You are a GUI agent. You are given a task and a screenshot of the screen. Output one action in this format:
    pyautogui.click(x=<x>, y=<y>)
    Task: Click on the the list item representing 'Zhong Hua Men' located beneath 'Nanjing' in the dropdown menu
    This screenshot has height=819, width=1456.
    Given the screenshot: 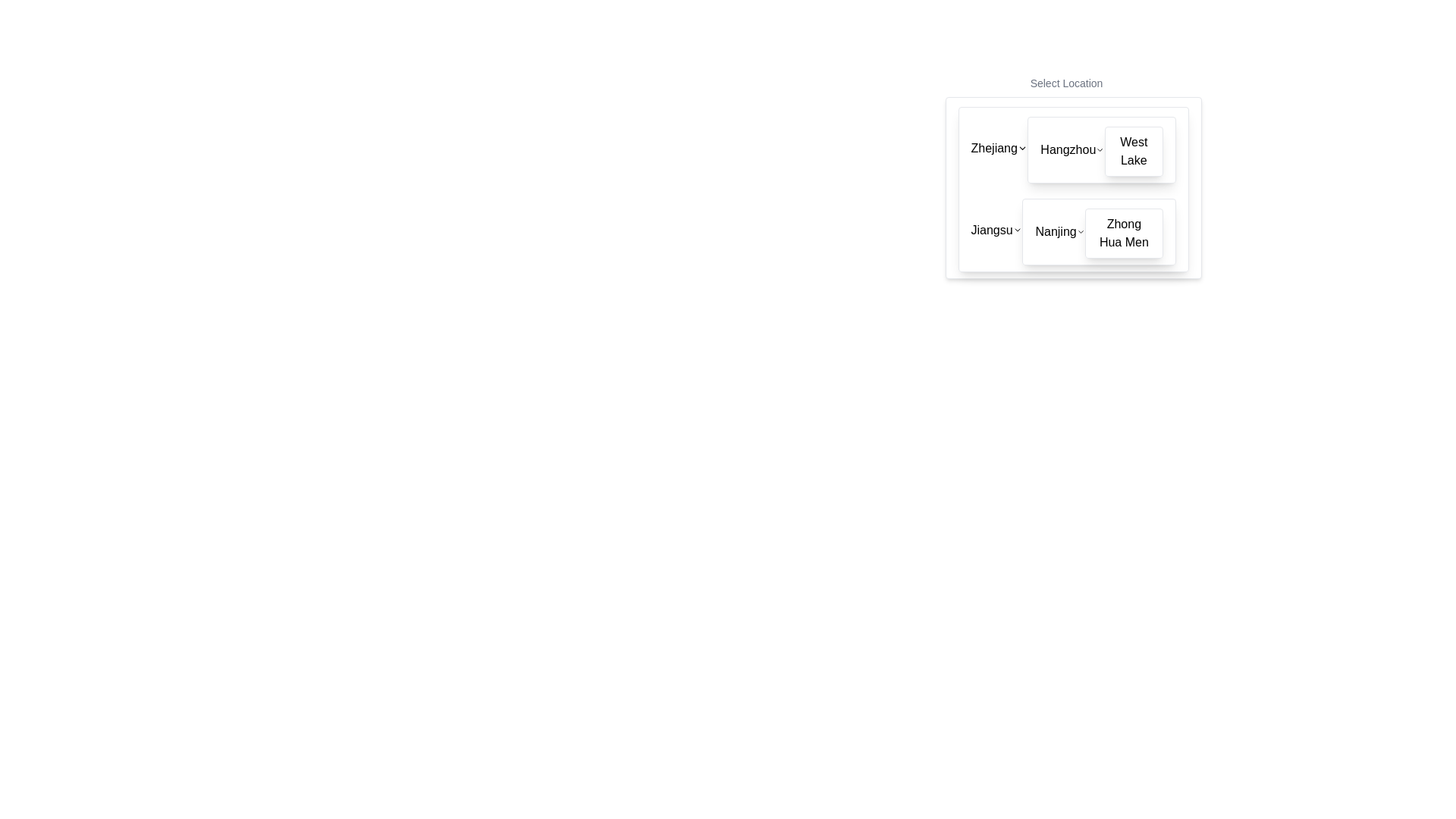 What is the action you would take?
    pyautogui.click(x=1099, y=231)
    